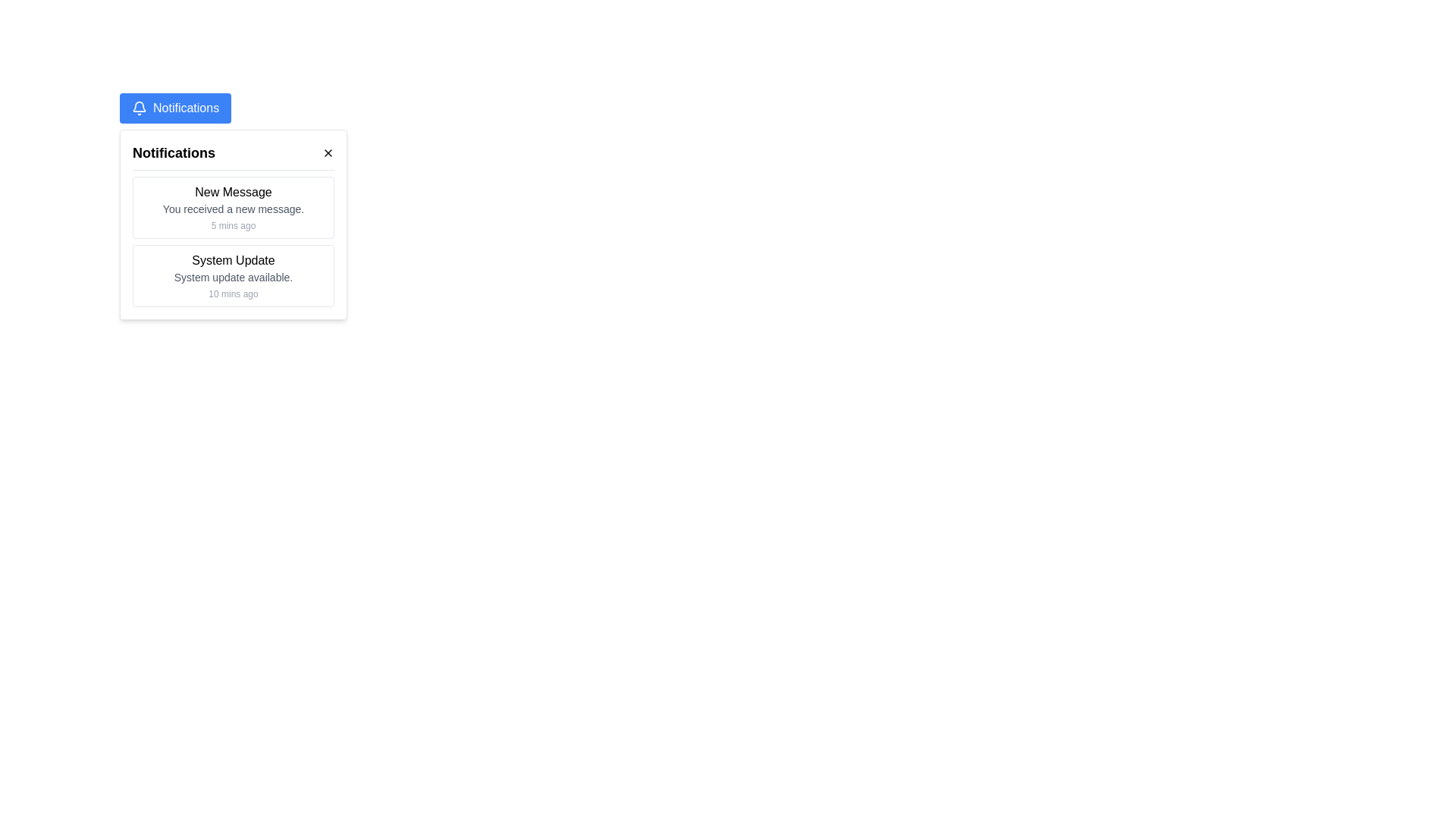 This screenshot has height=819, width=1456. Describe the element at coordinates (327, 152) in the screenshot. I see `the Close button represented by an 'X' shaped icon in black, located on the right side of the Notifications header section, to potentially reveal a tooltip or visual highlight` at that location.